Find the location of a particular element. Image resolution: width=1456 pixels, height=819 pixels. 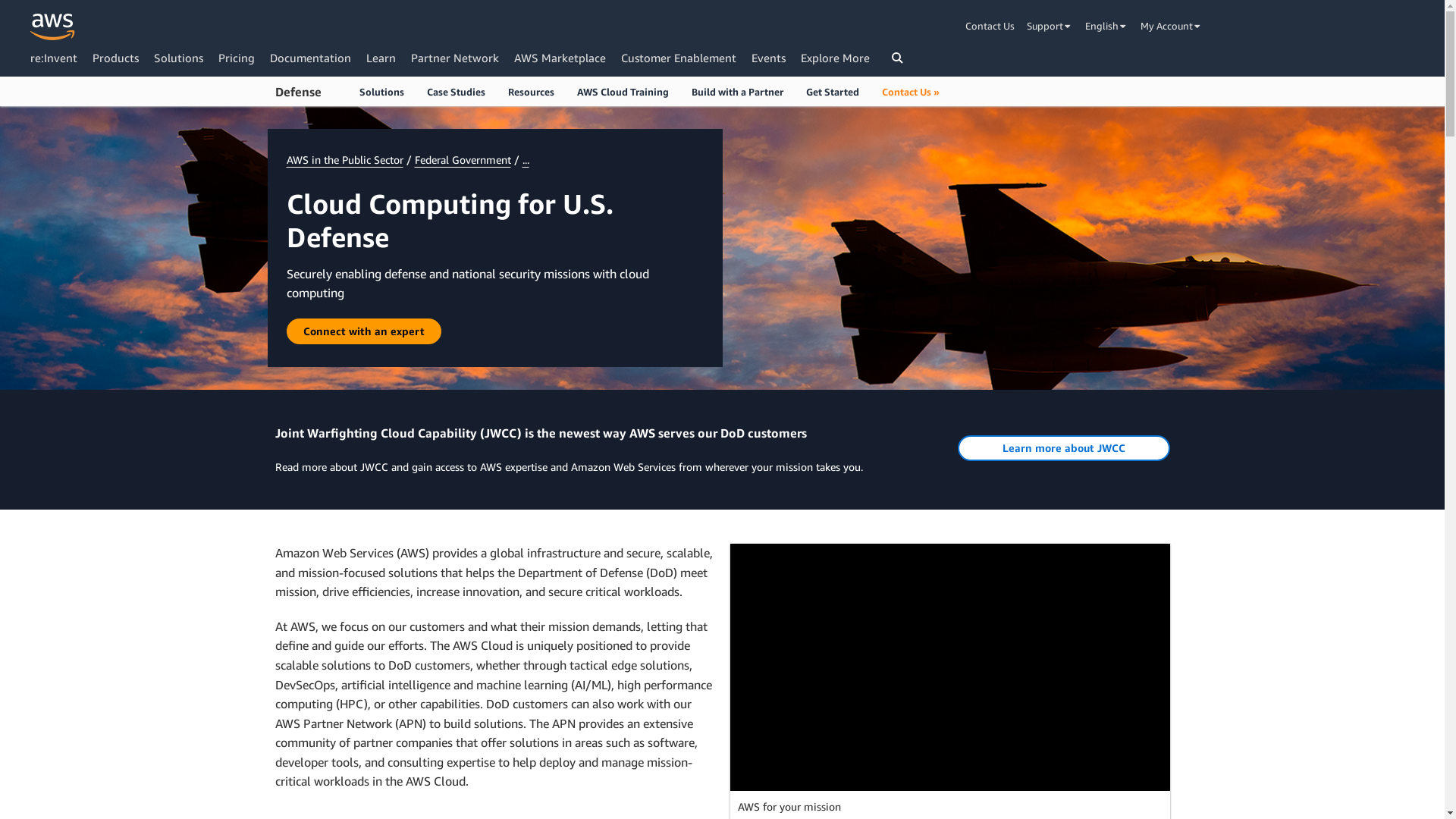

'Solutions' is located at coordinates (153, 57).